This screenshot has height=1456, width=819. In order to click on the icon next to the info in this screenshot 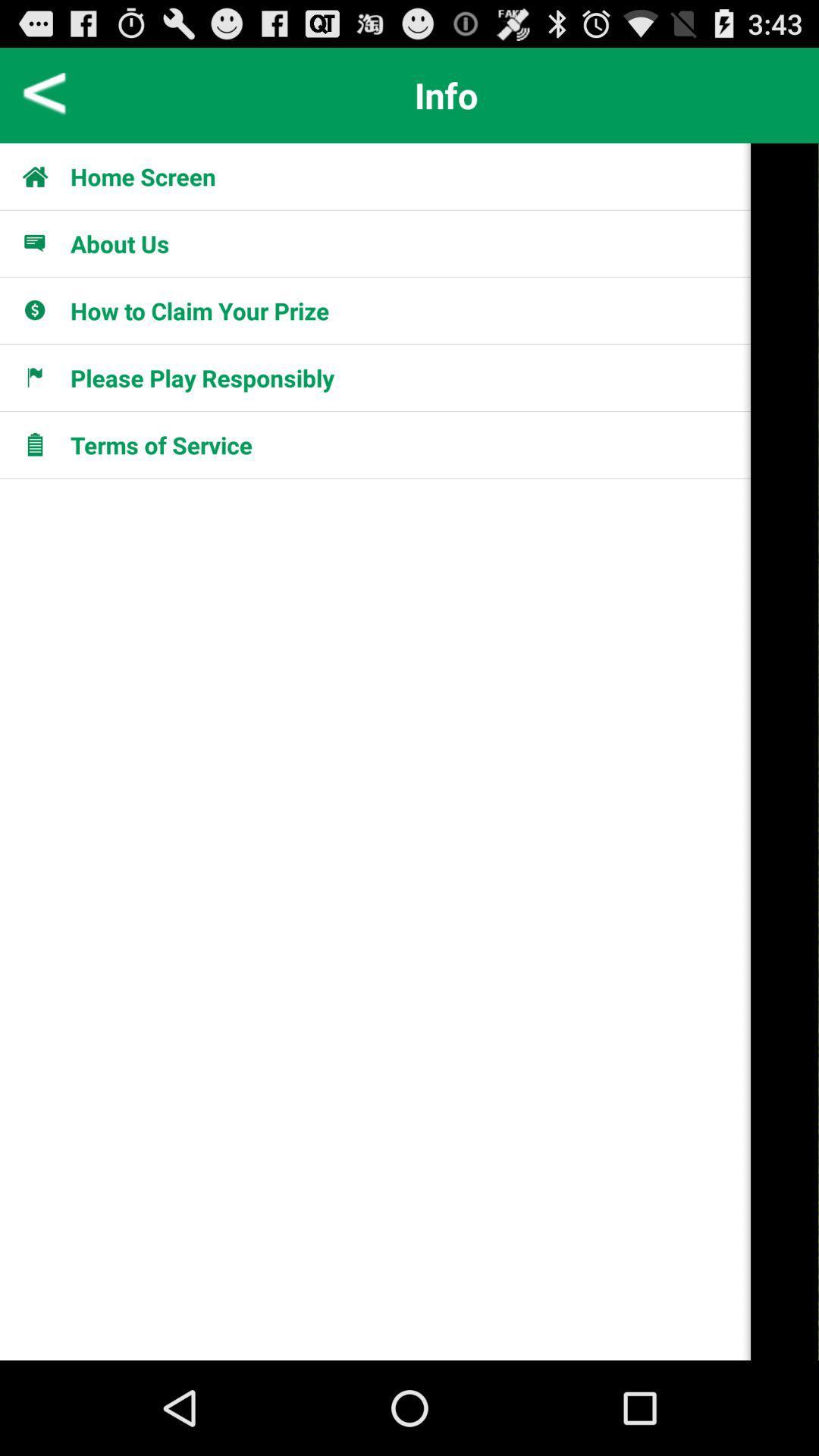, I will do `click(44, 94)`.